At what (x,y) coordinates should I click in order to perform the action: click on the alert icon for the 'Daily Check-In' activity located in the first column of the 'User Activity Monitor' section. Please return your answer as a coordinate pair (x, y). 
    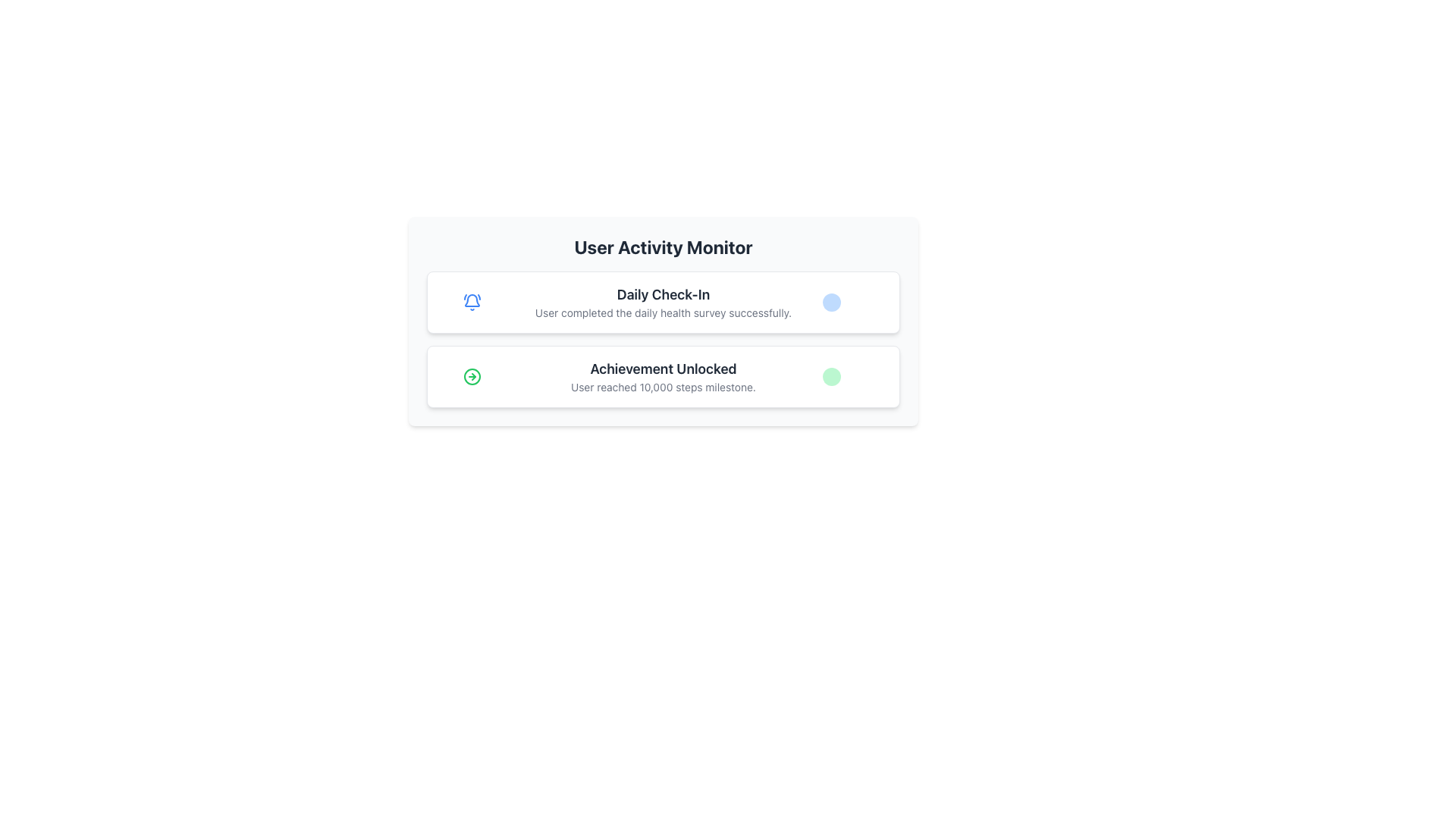
    Looking at the image, I should click on (471, 302).